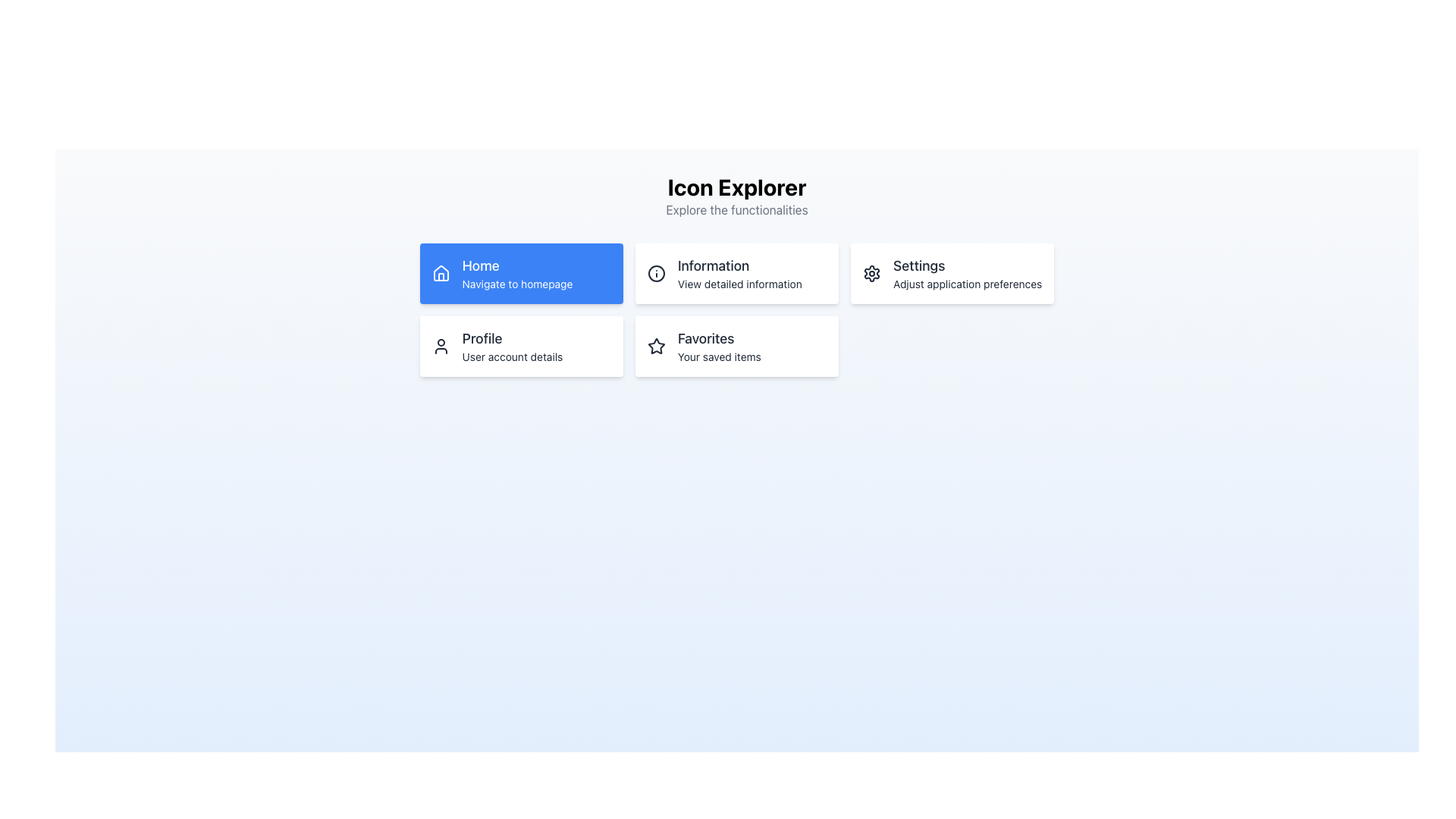 The width and height of the screenshot is (1456, 819). I want to click on the second line Text label in the 'Information' section box, which provides supplementary information about the section's purpose, so click(739, 284).